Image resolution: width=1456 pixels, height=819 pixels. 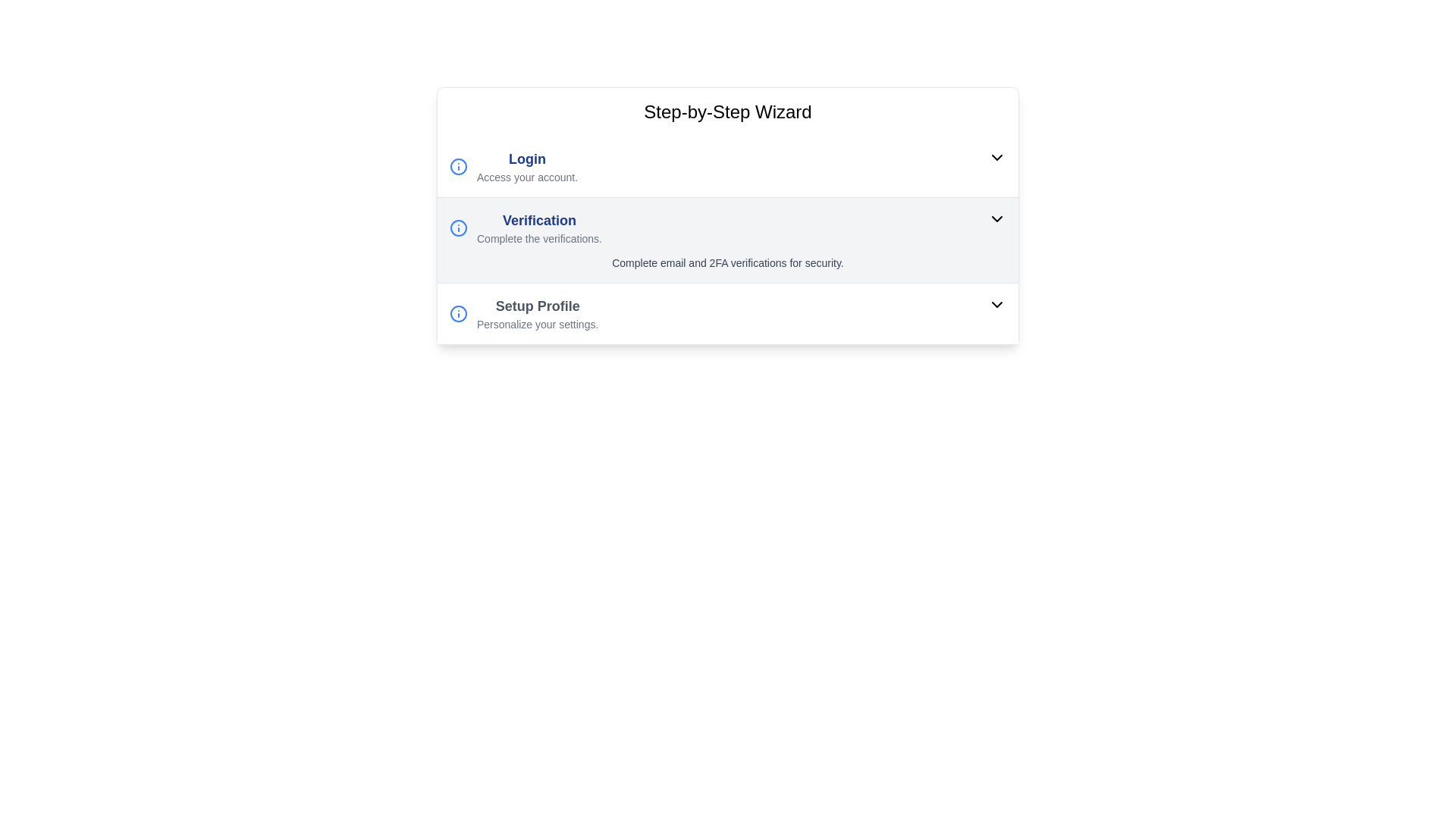 I want to click on the text line that says 'Complete the verifications.' which is positioned below the bold 'Verification' heading in the step-by-step wizard interface, so click(x=539, y=239).